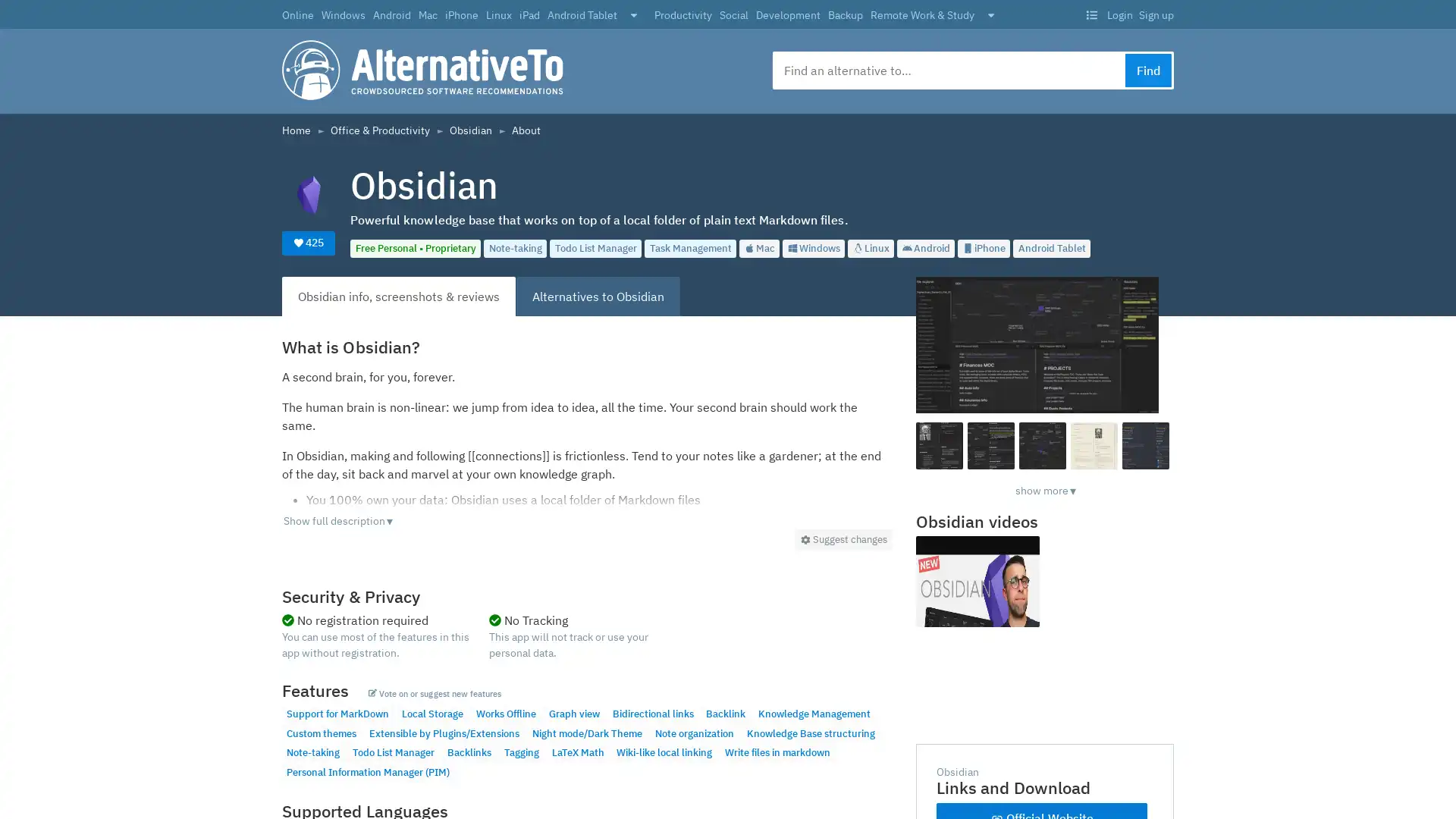 This screenshot has width=1456, height=819. I want to click on 425, so click(308, 242).